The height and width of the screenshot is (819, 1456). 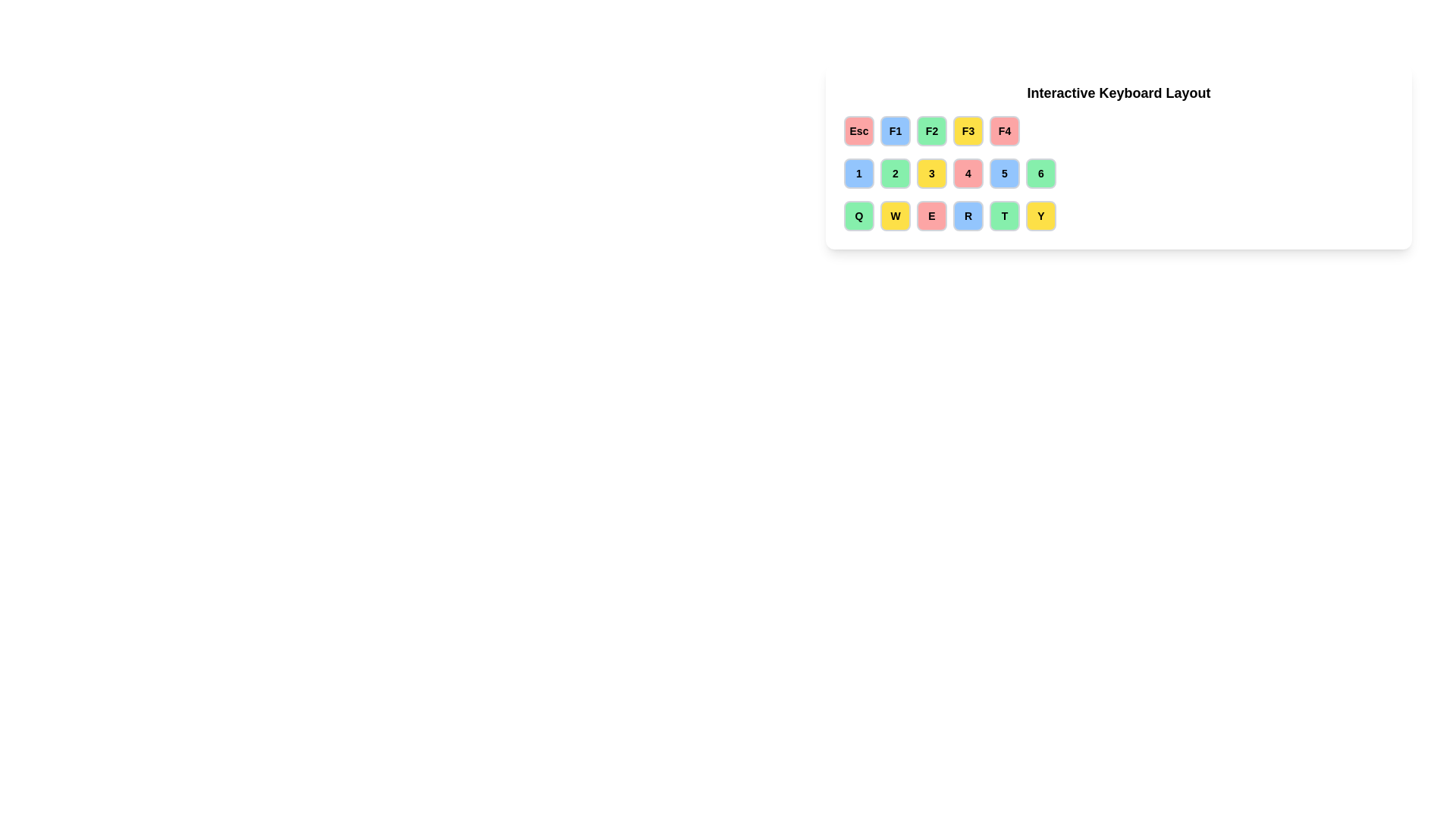 What do you see at coordinates (858, 216) in the screenshot?
I see `the 'Q' key button, which is the first button in a horizontal group of six buttons ('Q', 'W', 'E', 'R', 'T', 'Y') located in the bottom-left part of the interface` at bounding box center [858, 216].